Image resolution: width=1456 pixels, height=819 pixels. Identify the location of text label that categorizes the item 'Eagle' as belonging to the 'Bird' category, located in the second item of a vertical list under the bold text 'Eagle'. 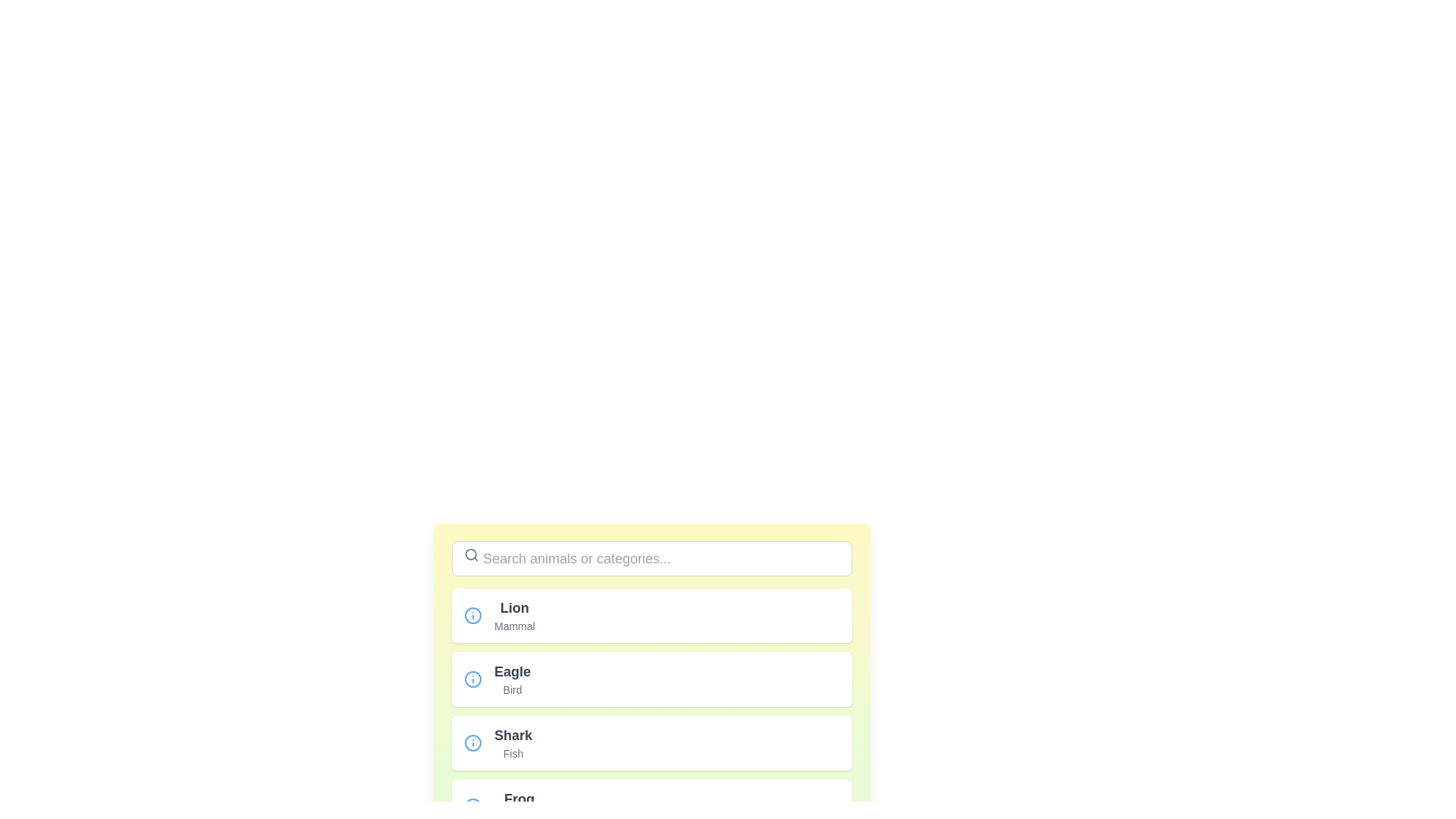
(513, 690).